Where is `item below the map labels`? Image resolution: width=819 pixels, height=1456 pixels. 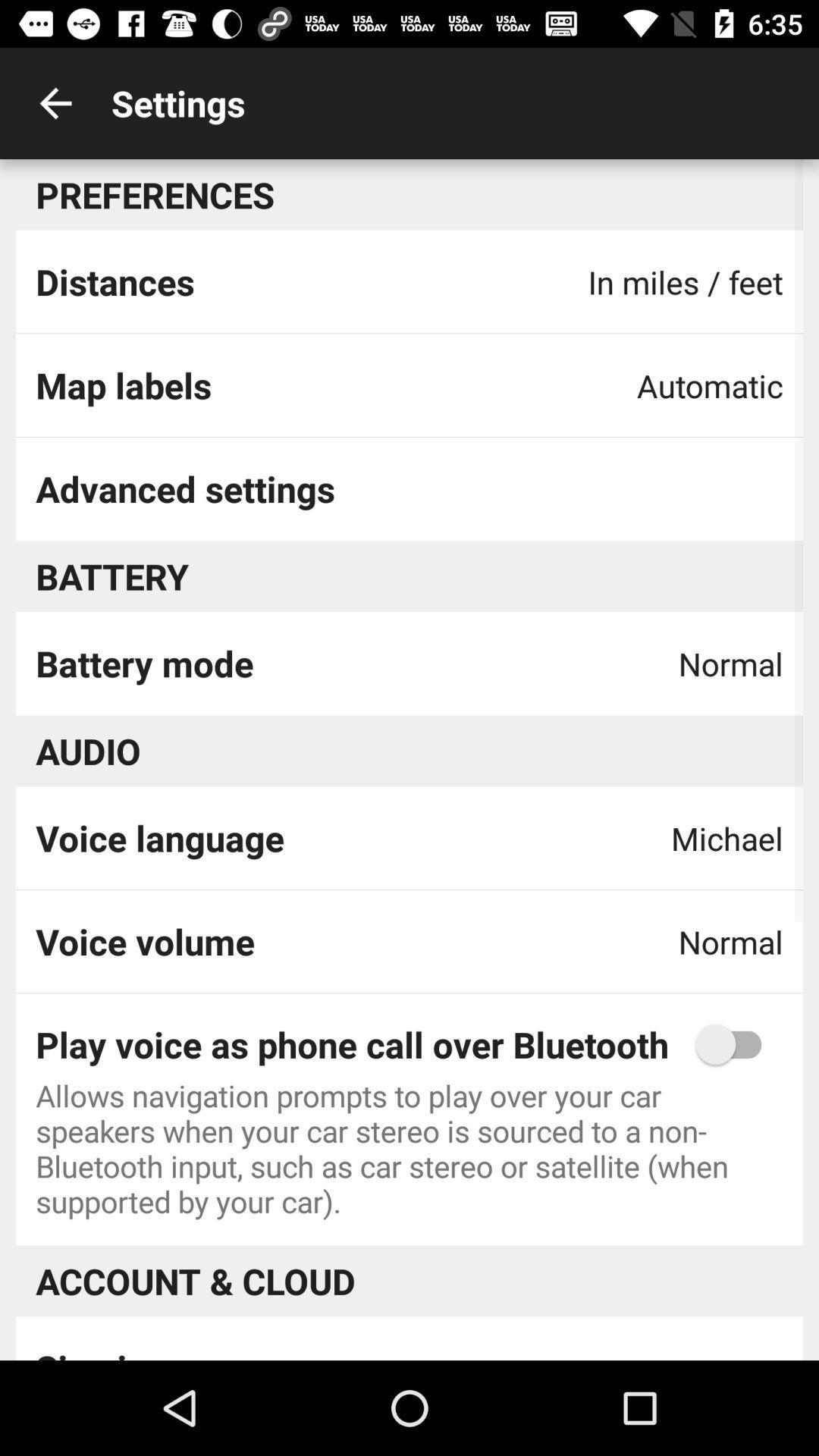
item below the map labels is located at coordinates (184, 488).